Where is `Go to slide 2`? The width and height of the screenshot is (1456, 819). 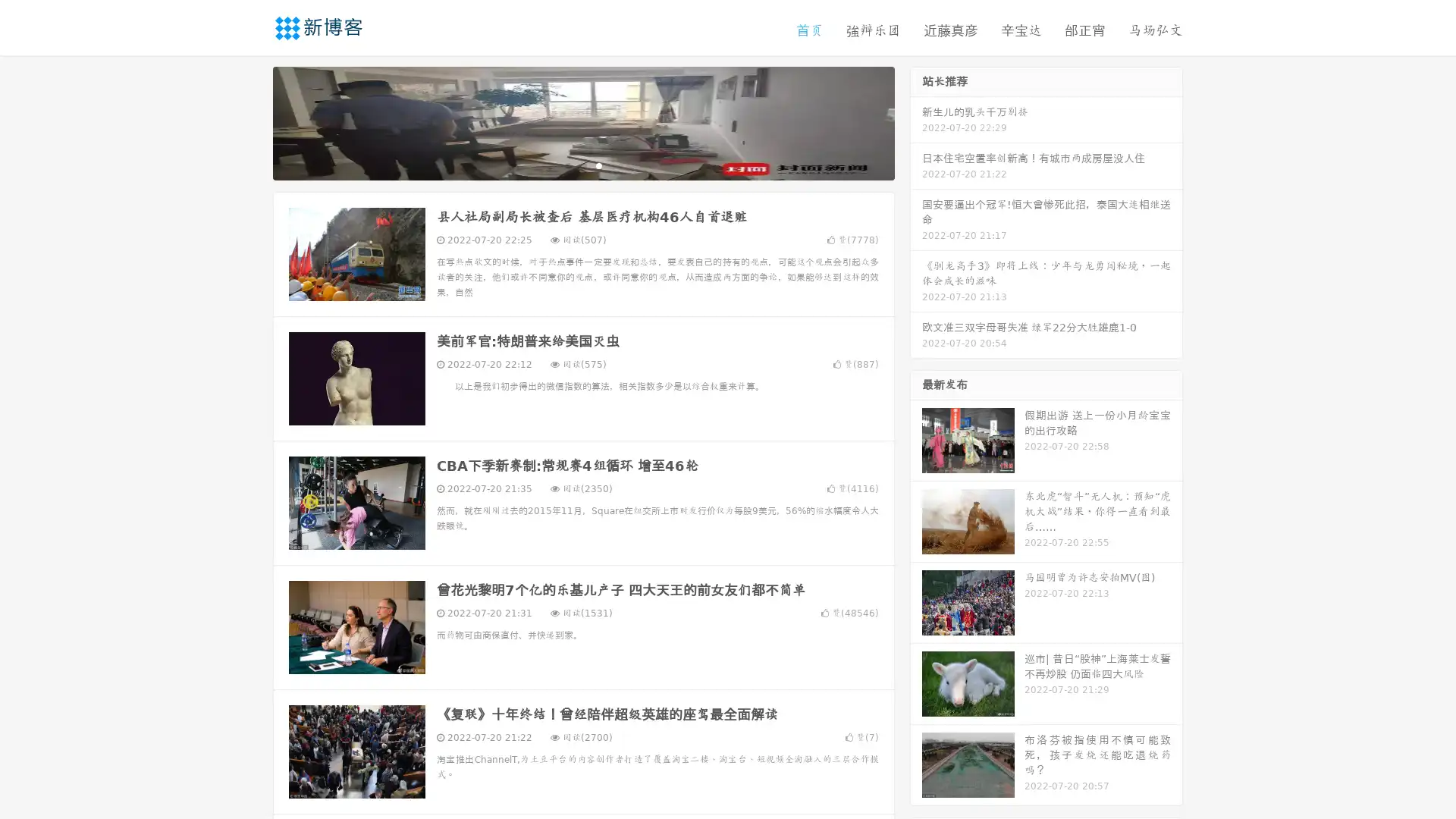
Go to slide 2 is located at coordinates (582, 171).